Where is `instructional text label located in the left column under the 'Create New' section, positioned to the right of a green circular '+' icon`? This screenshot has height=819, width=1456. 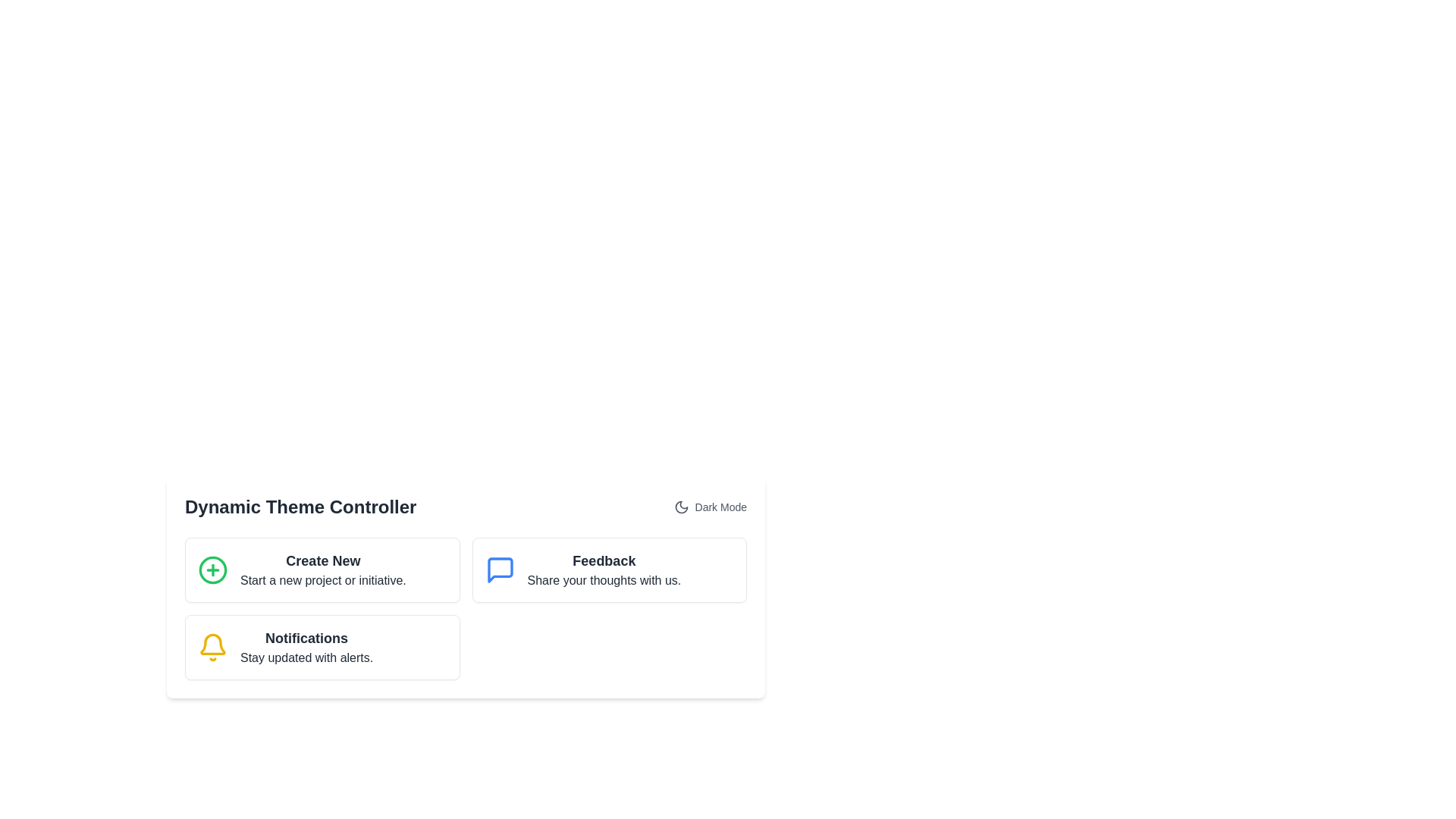 instructional text label located in the left column under the 'Create New' section, positioned to the right of a green circular '+' icon is located at coordinates (322, 570).